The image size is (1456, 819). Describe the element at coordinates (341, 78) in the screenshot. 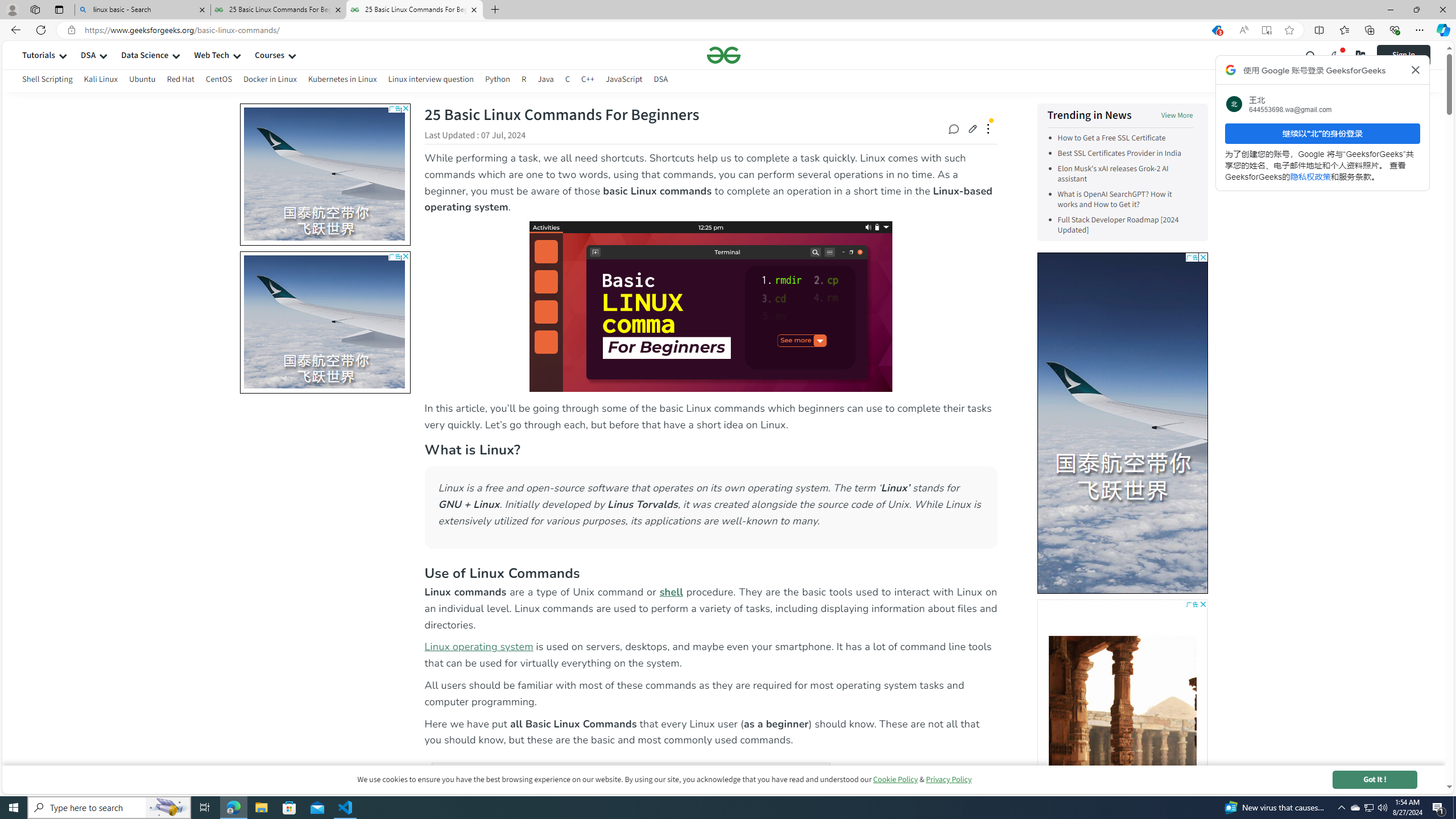

I see `'Kubernetes in Linux'` at that location.